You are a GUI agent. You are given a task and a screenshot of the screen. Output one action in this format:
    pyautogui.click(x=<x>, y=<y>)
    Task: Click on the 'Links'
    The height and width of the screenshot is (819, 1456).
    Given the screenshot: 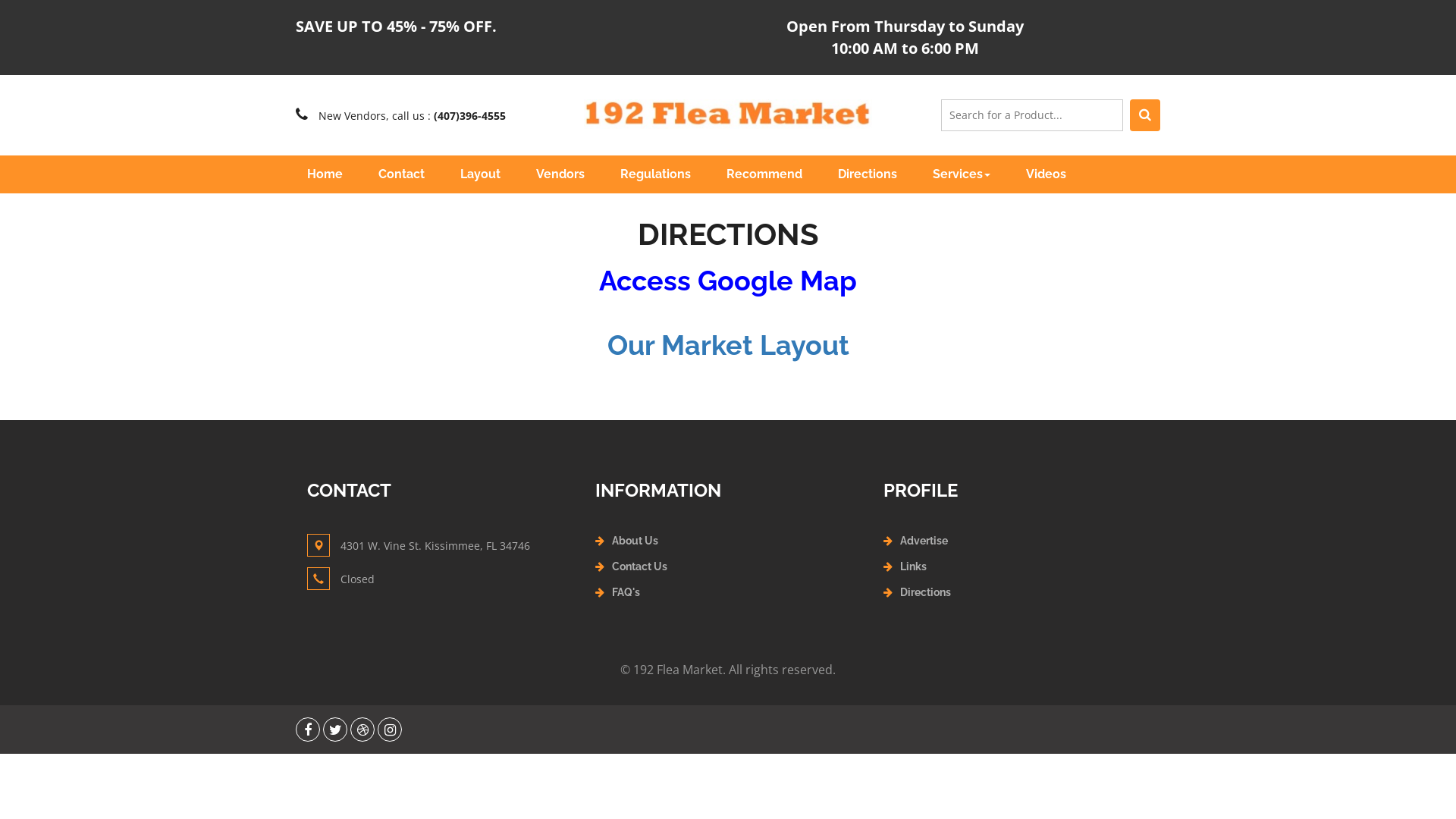 What is the action you would take?
    pyautogui.click(x=912, y=566)
    